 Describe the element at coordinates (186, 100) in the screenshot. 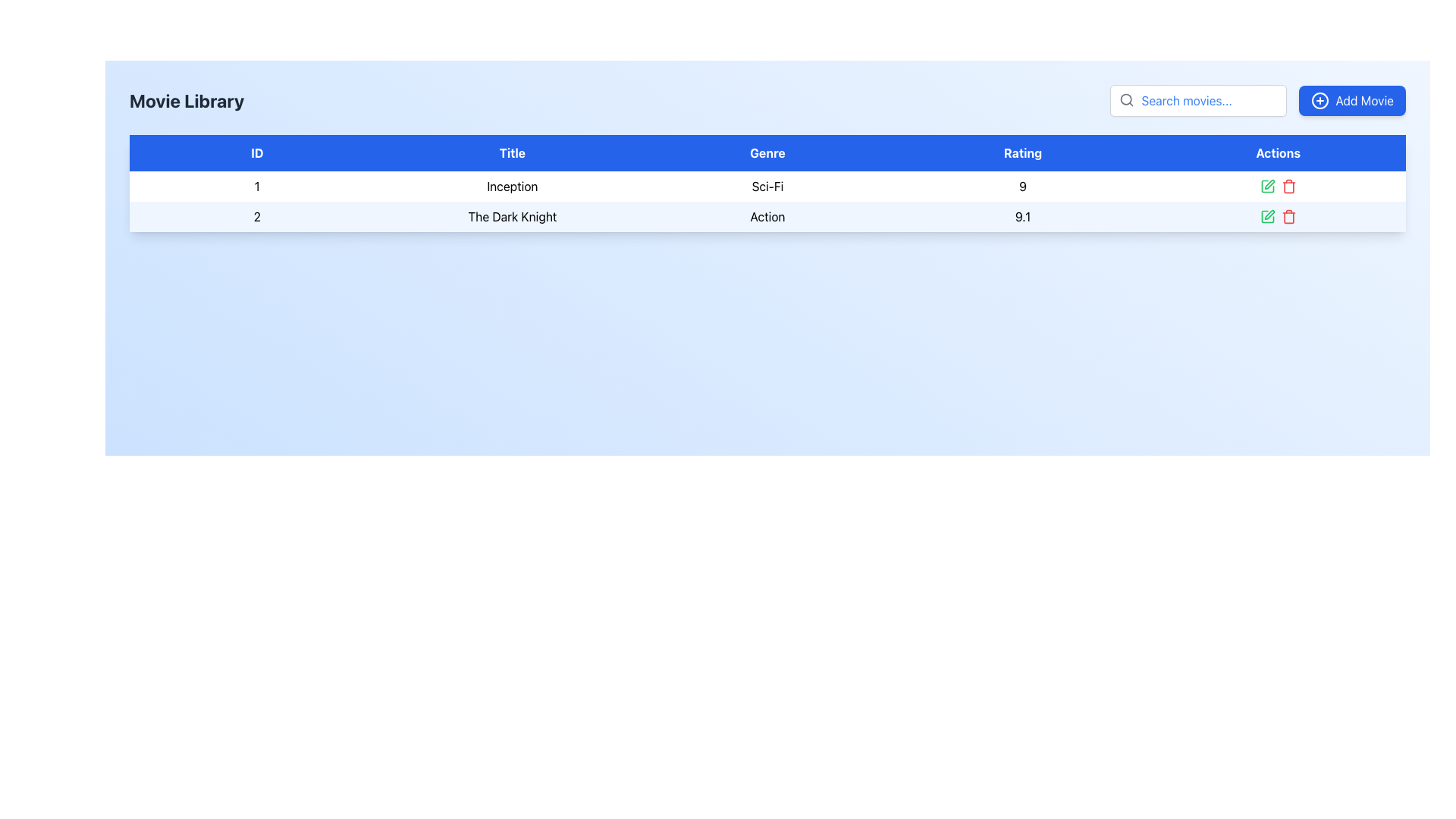

I see `text from the 'Movie Library' text label, which is prominently displayed on the left side of the header section with a large, bold font against a light blue background` at that location.